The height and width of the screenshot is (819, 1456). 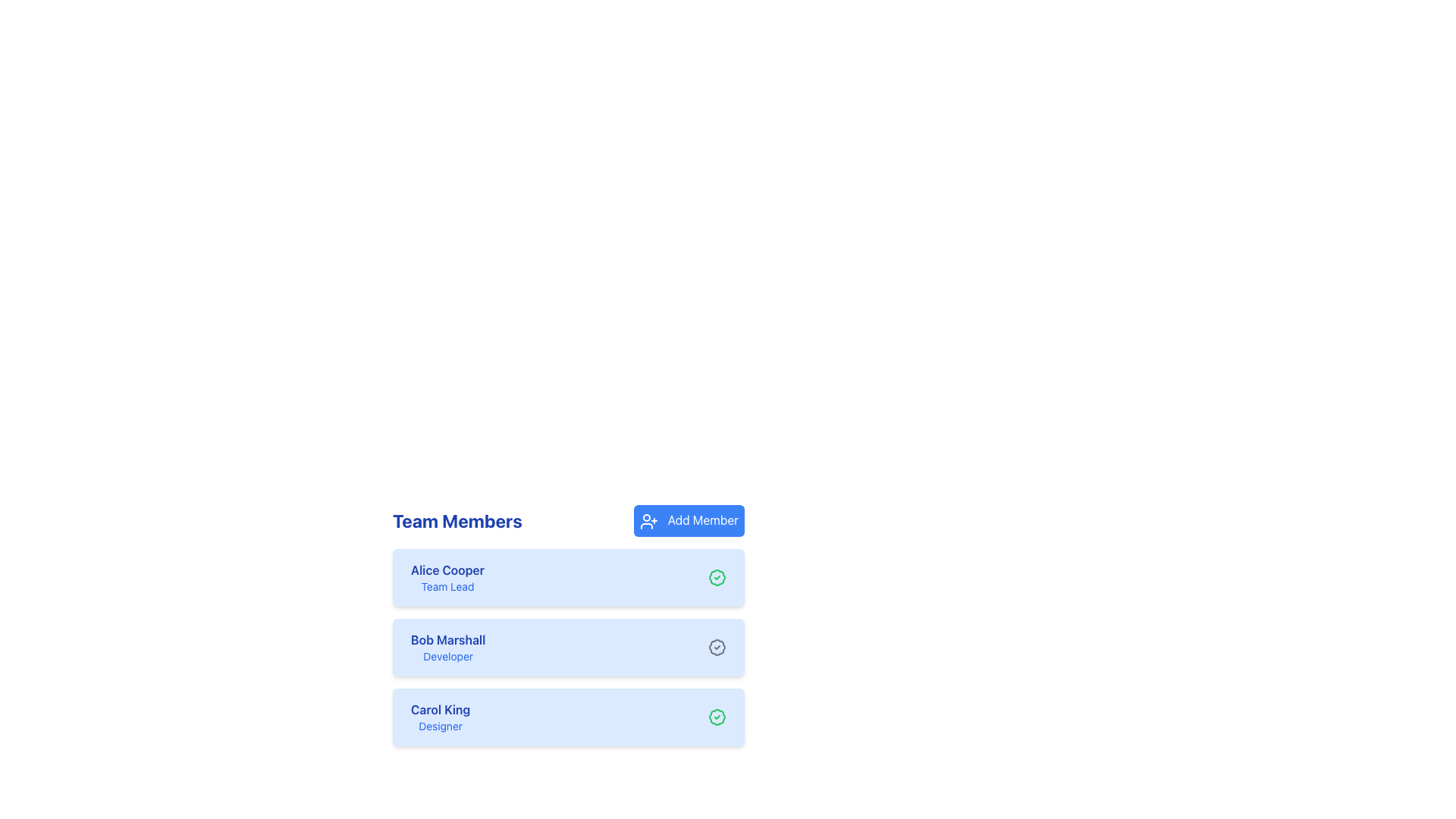 I want to click on text content of the user information label located within the third light blue member card in the 'Team Members' section, directly below the 'Bob Marshall' member card, so click(x=440, y=717).